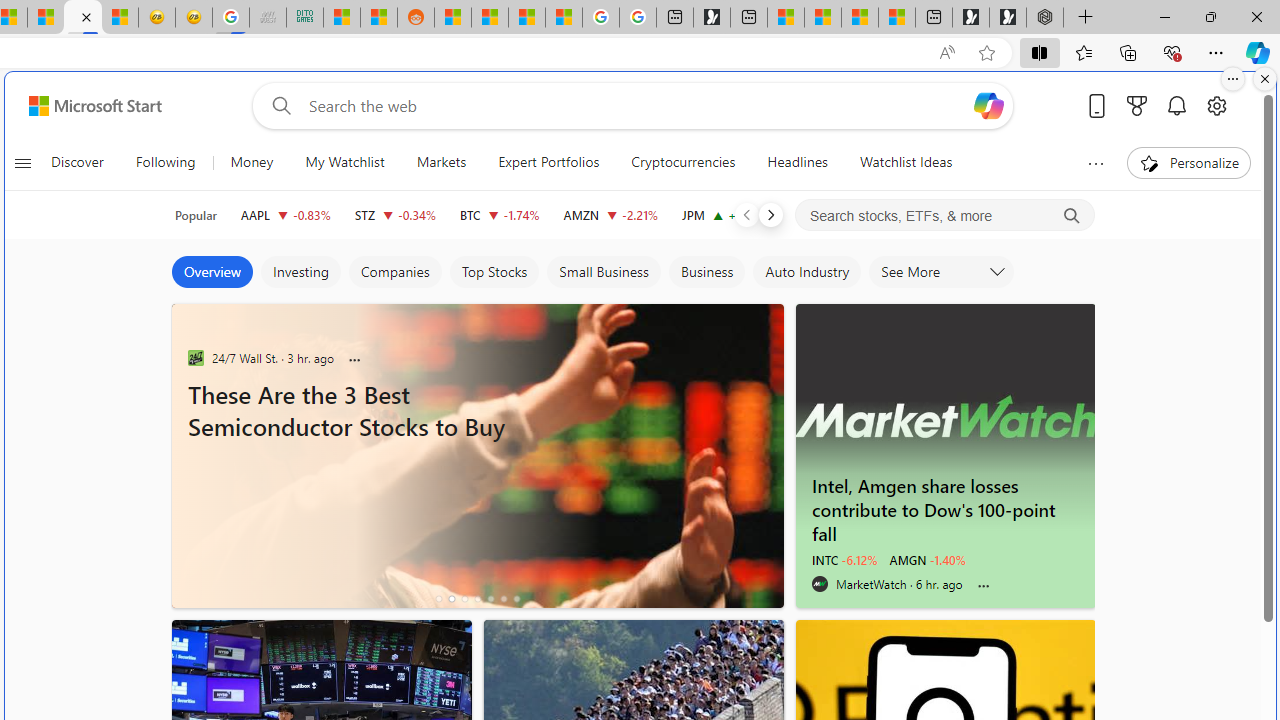 Image resolution: width=1280 pixels, height=720 pixels. Describe the element at coordinates (609, 214) in the screenshot. I see `'AMZN AMAZON.COM, INC. decrease 176.13 -3.98 -2.21%'` at that location.